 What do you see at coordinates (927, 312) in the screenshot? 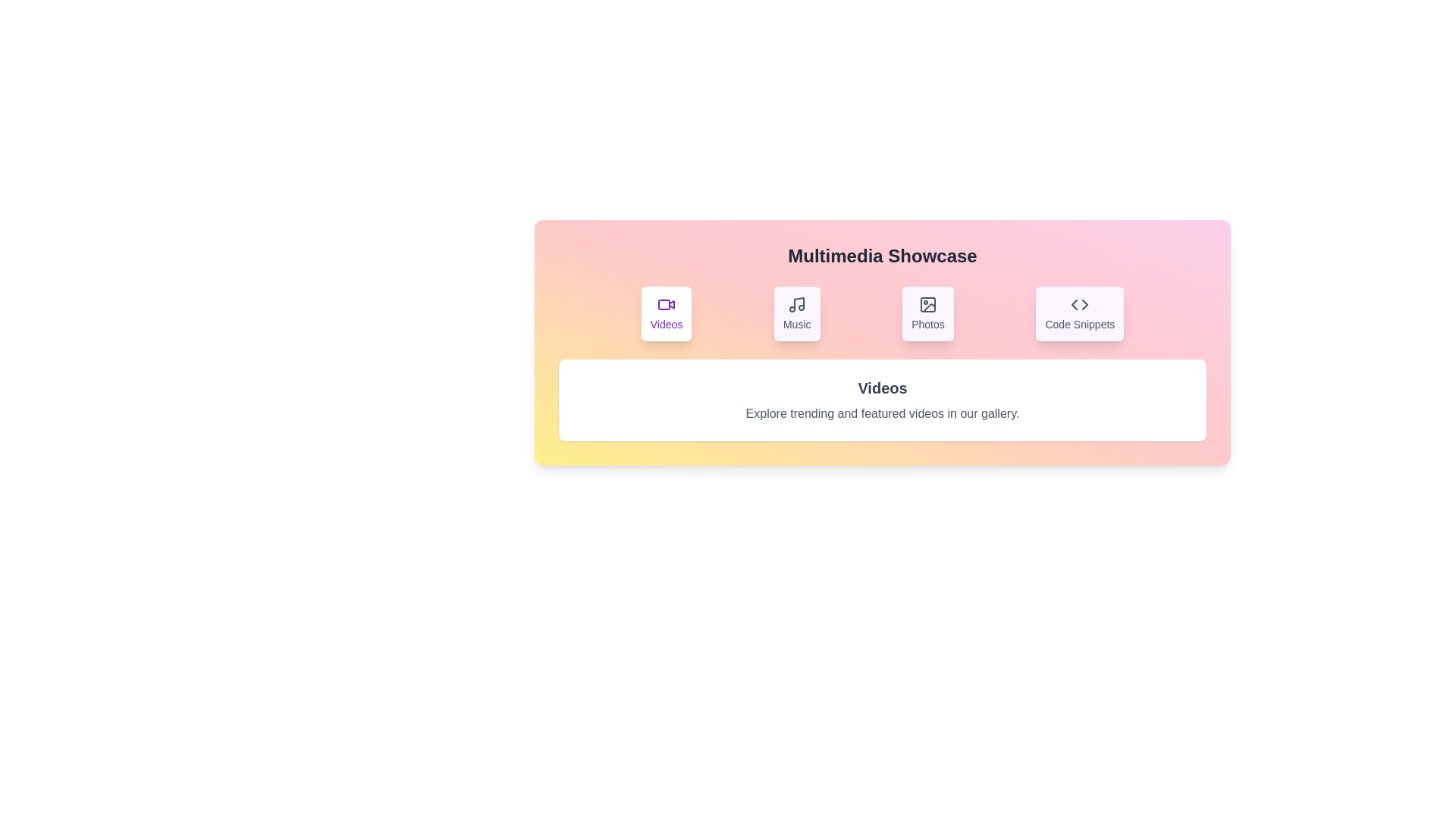
I see `the tab labeled Photos to switch the content` at bounding box center [927, 312].